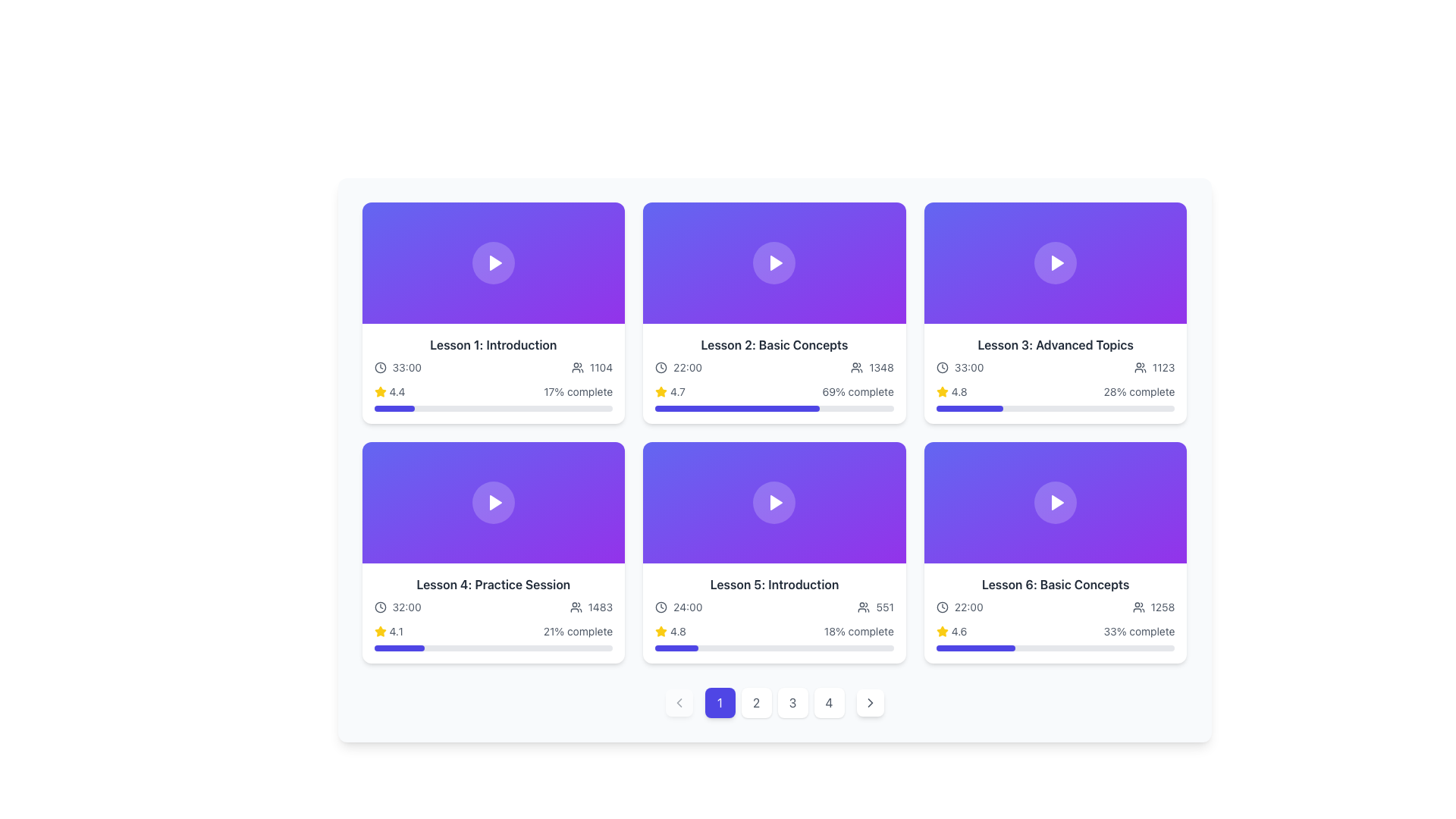  I want to click on the play button, which is a white triangular icon on a purple circular background, located in the top center area of the bottom-right card in a grid layout, so click(1056, 503).